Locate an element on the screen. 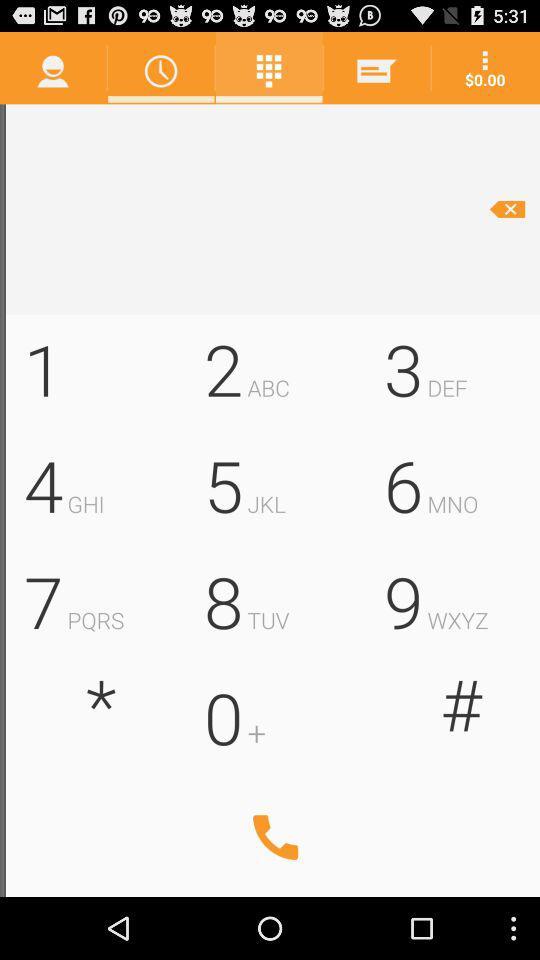 This screenshot has height=960, width=540. the minus icon is located at coordinates (504, 223).